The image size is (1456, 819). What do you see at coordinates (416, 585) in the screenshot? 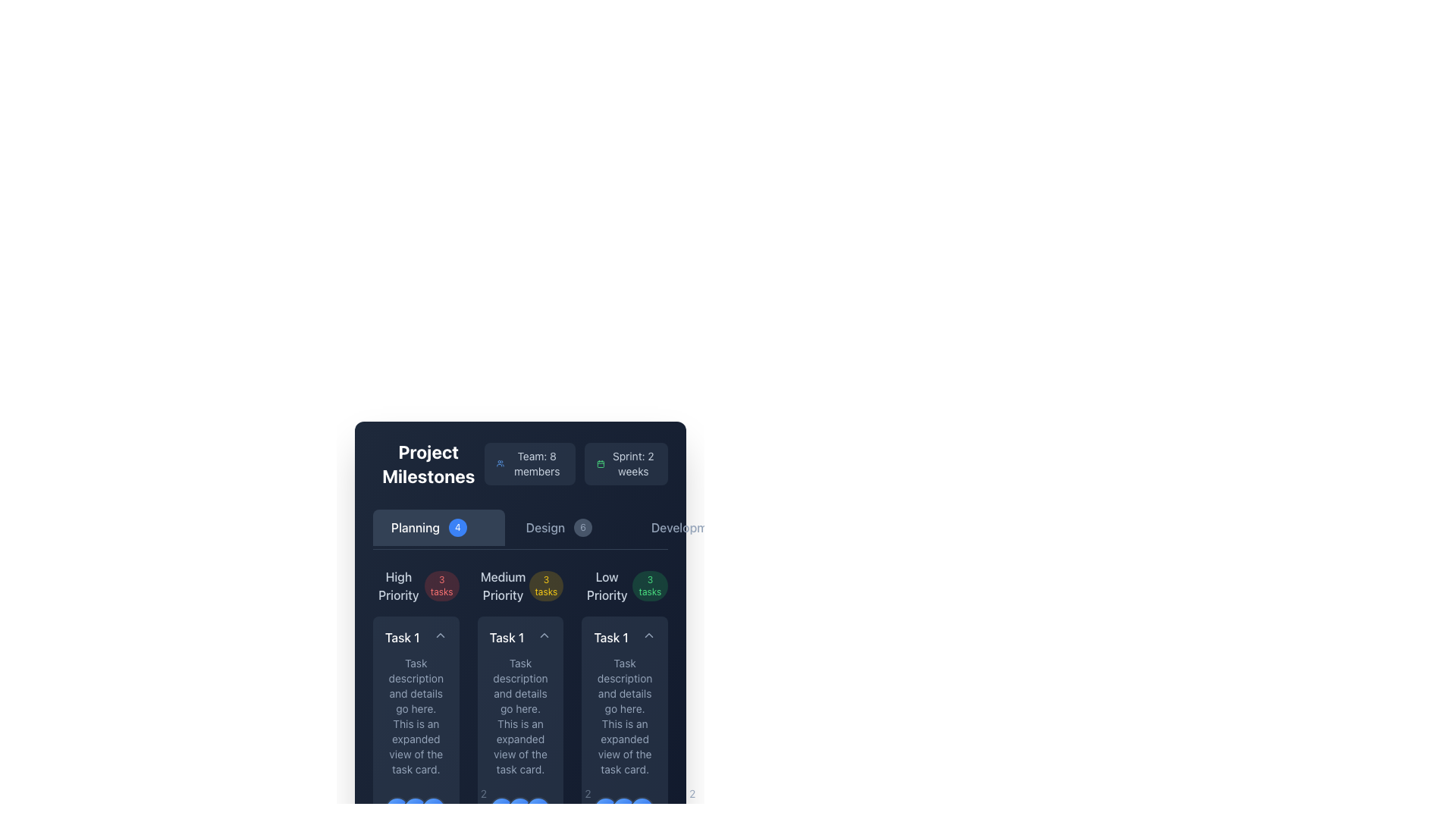
I see `the text label with the badge that displays 'High Priority' on the left and '3 tasks' in a red badge on the right, located beneath the 'Project Milestones' header` at bounding box center [416, 585].